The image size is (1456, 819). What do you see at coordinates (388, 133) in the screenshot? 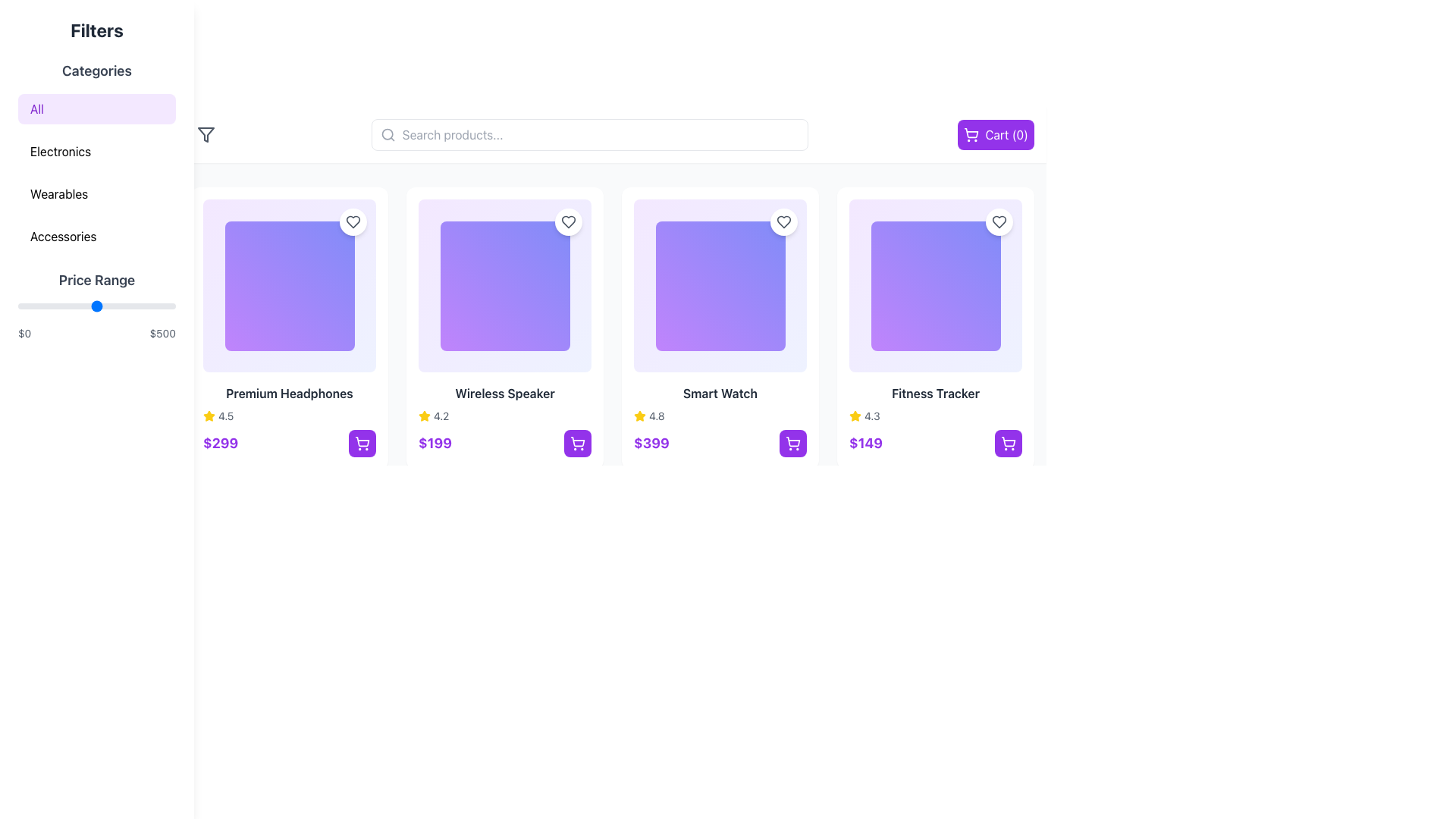
I see `the small circular magnifying glass icon with a gray outline located on the left side of the search bar in the top horizontal toolbar` at bounding box center [388, 133].